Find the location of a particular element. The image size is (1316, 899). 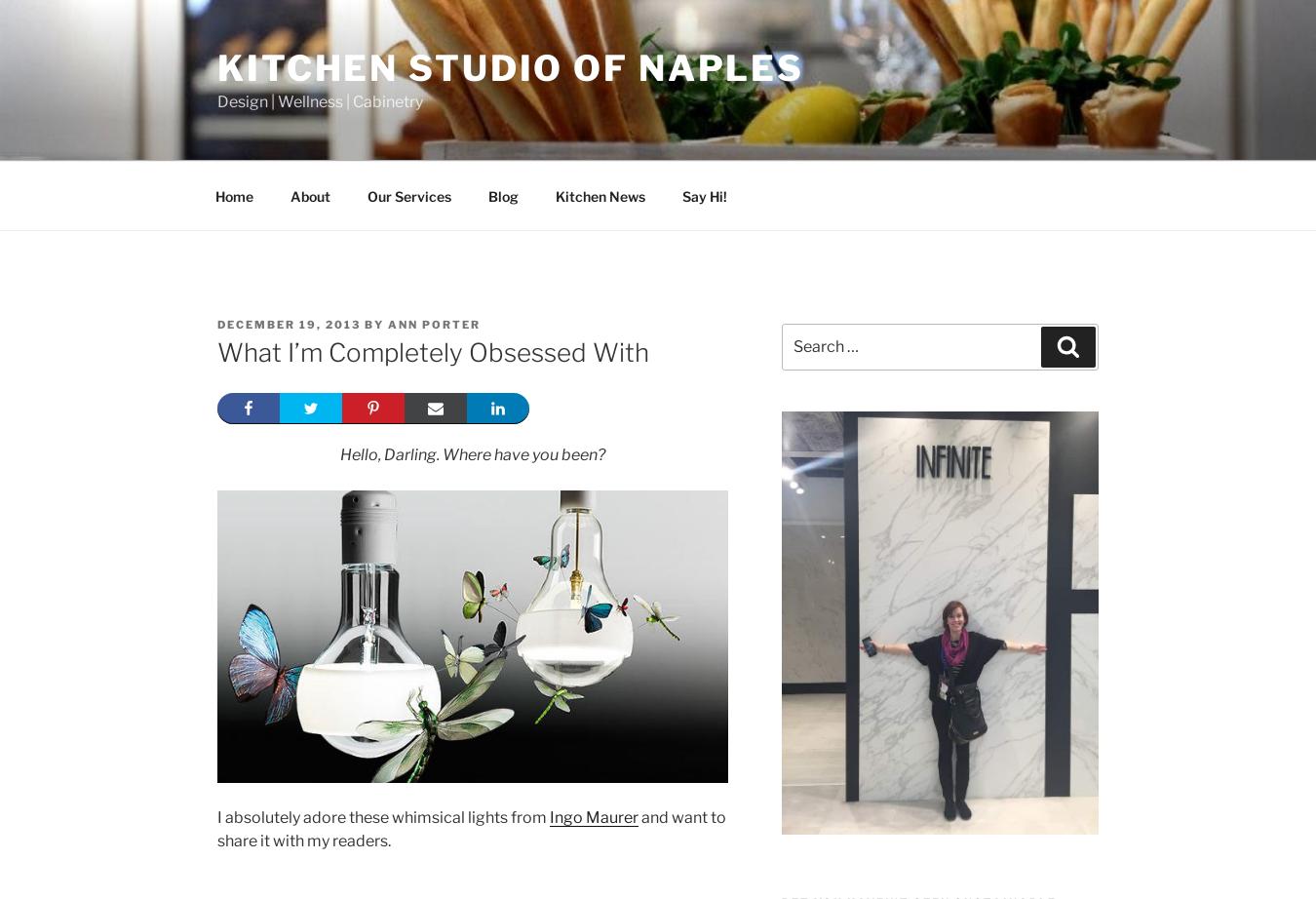

'I absolutely adore these whimsical lights from' is located at coordinates (383, 816).